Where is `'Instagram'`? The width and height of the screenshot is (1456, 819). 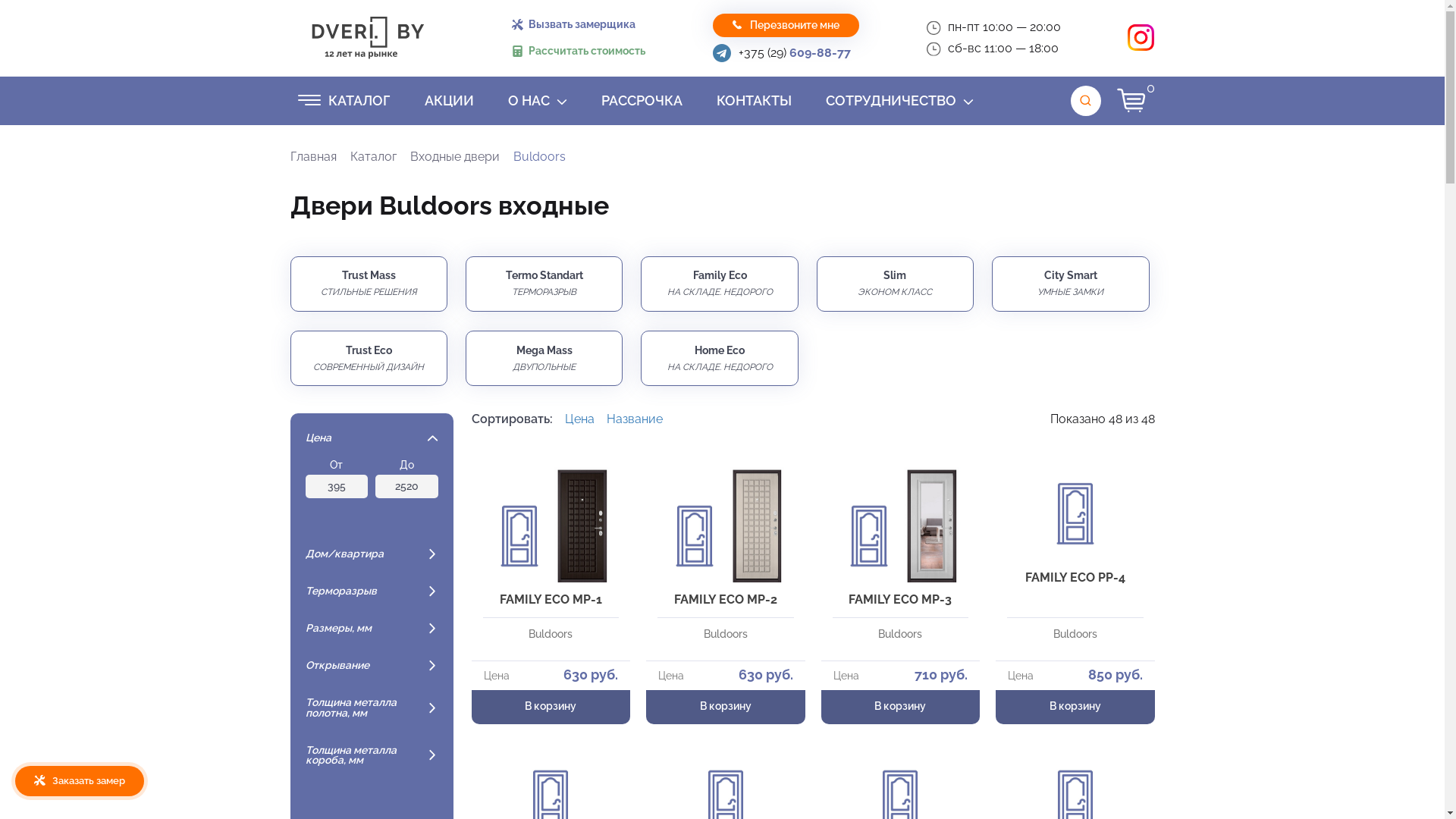 'Instagram' is located at coordinates (1141, 36).